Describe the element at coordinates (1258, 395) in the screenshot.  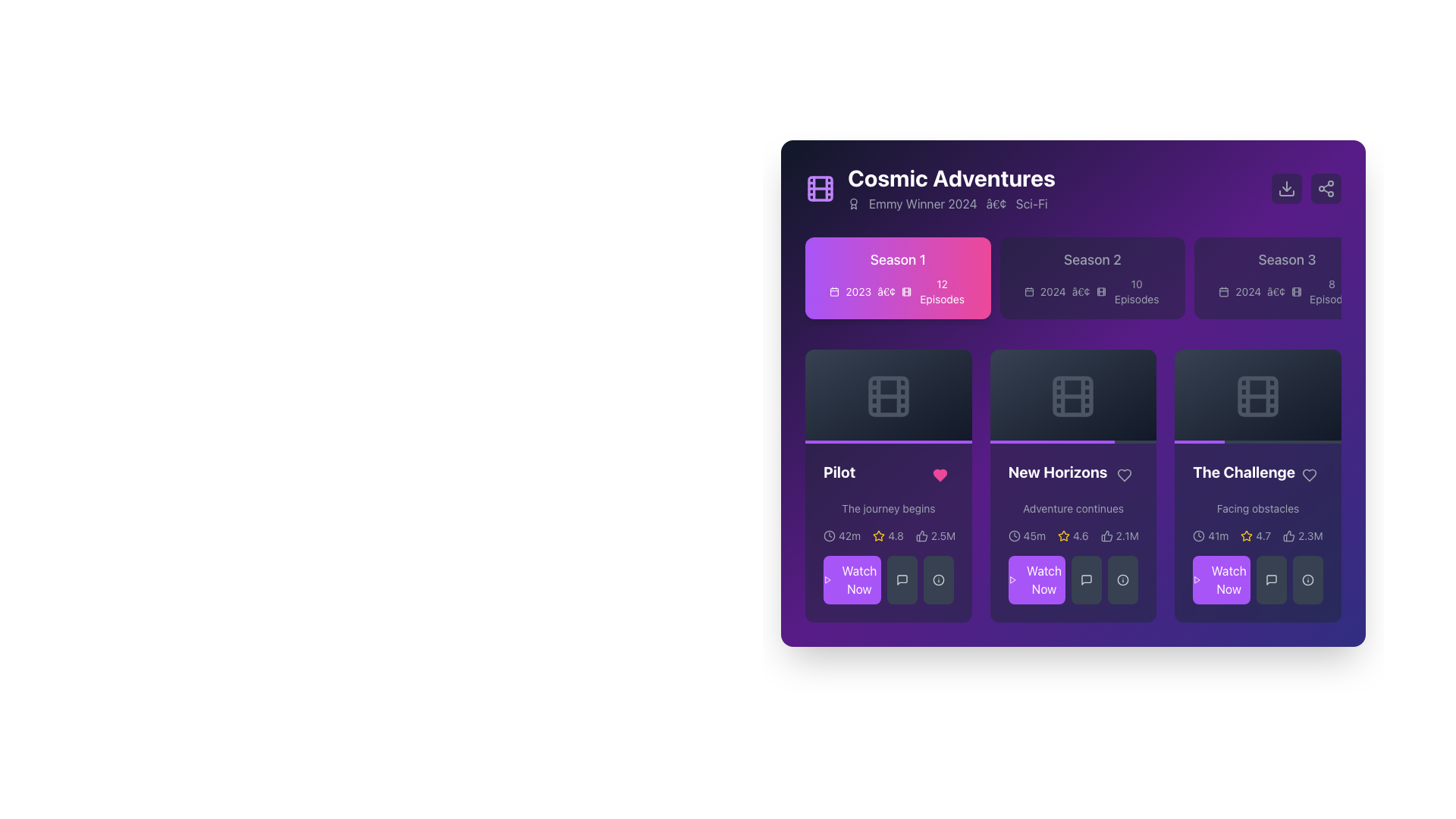
I see `the small rectangle with rounded corners that resembles a filmstrip frame, located centrally within the film reel icon in the top-right corner of 'The Challenge' episode card` at that location.